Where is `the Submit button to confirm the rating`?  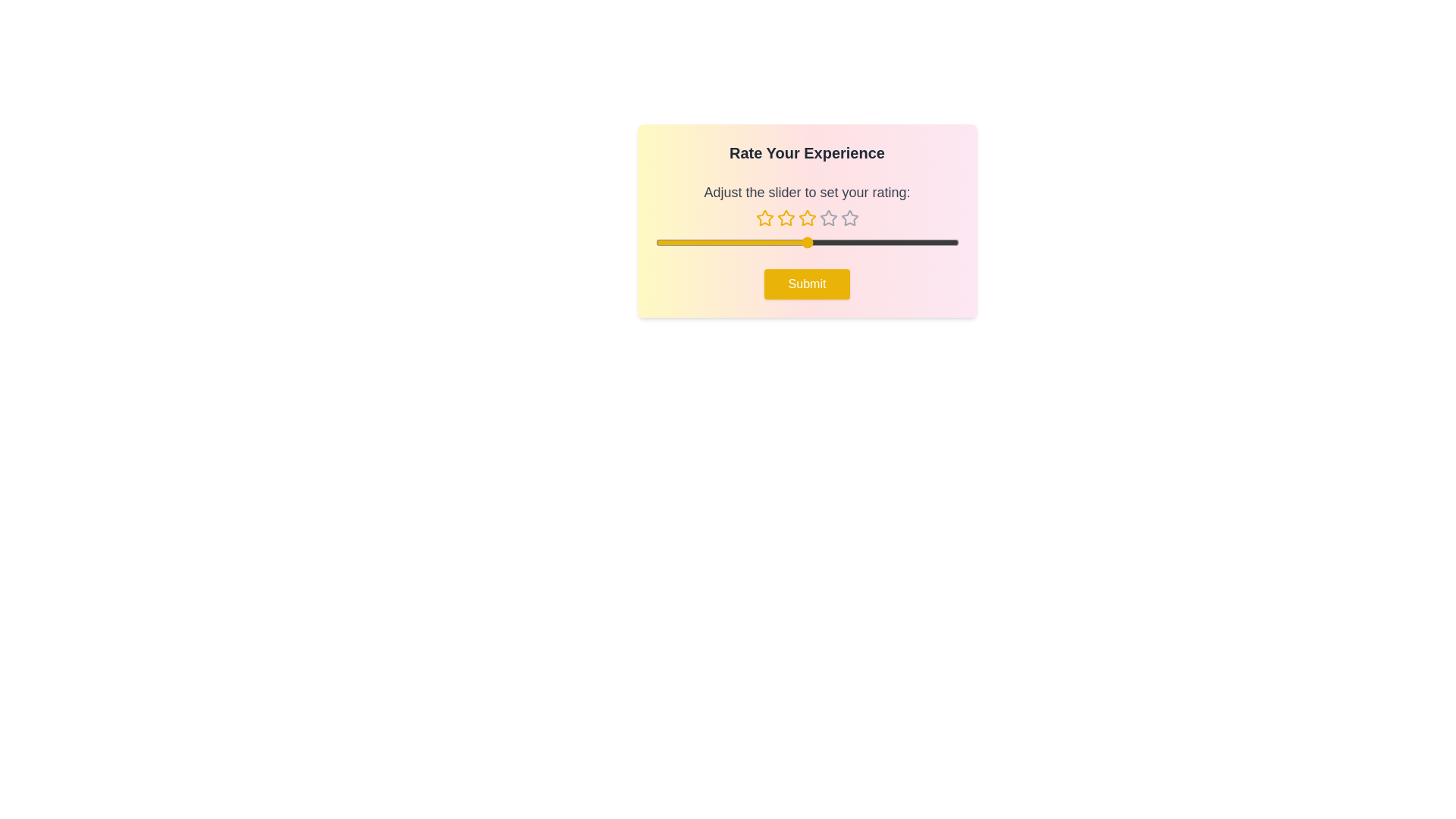
the Submit button to confirm the rating is located at coordinates (806, 284).